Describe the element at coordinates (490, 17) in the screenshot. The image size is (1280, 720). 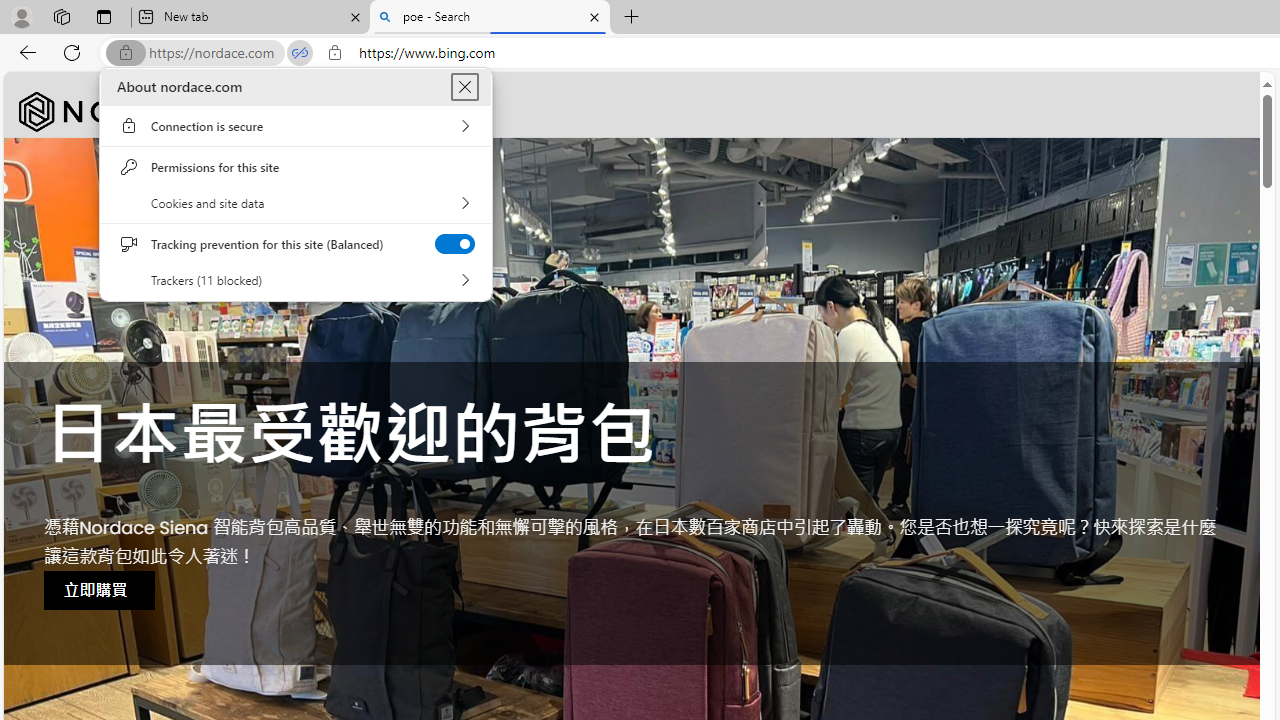
I see `'poe - Search'` at that location.